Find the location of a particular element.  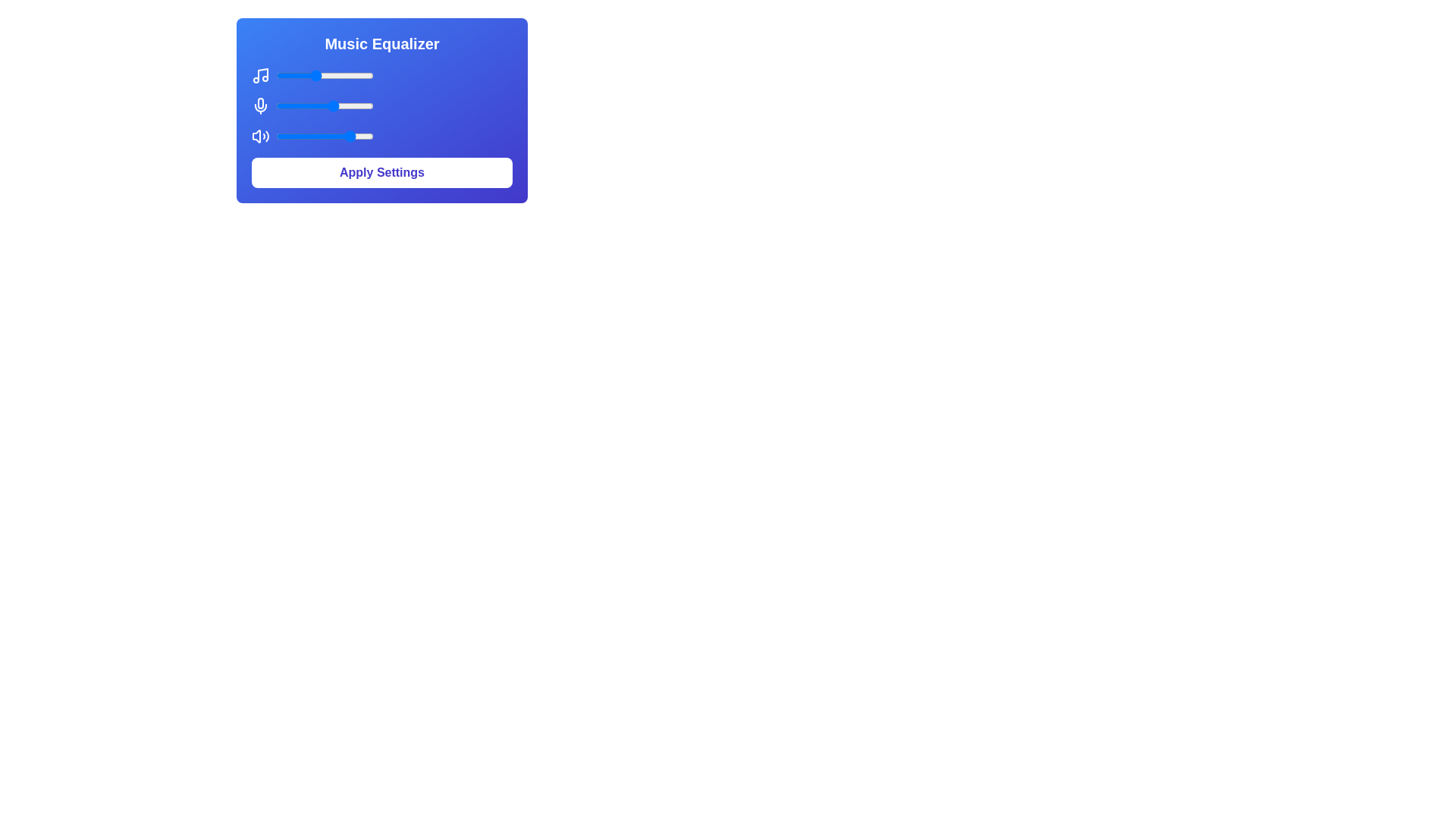

the slider value is located at coordinates (356, 105).